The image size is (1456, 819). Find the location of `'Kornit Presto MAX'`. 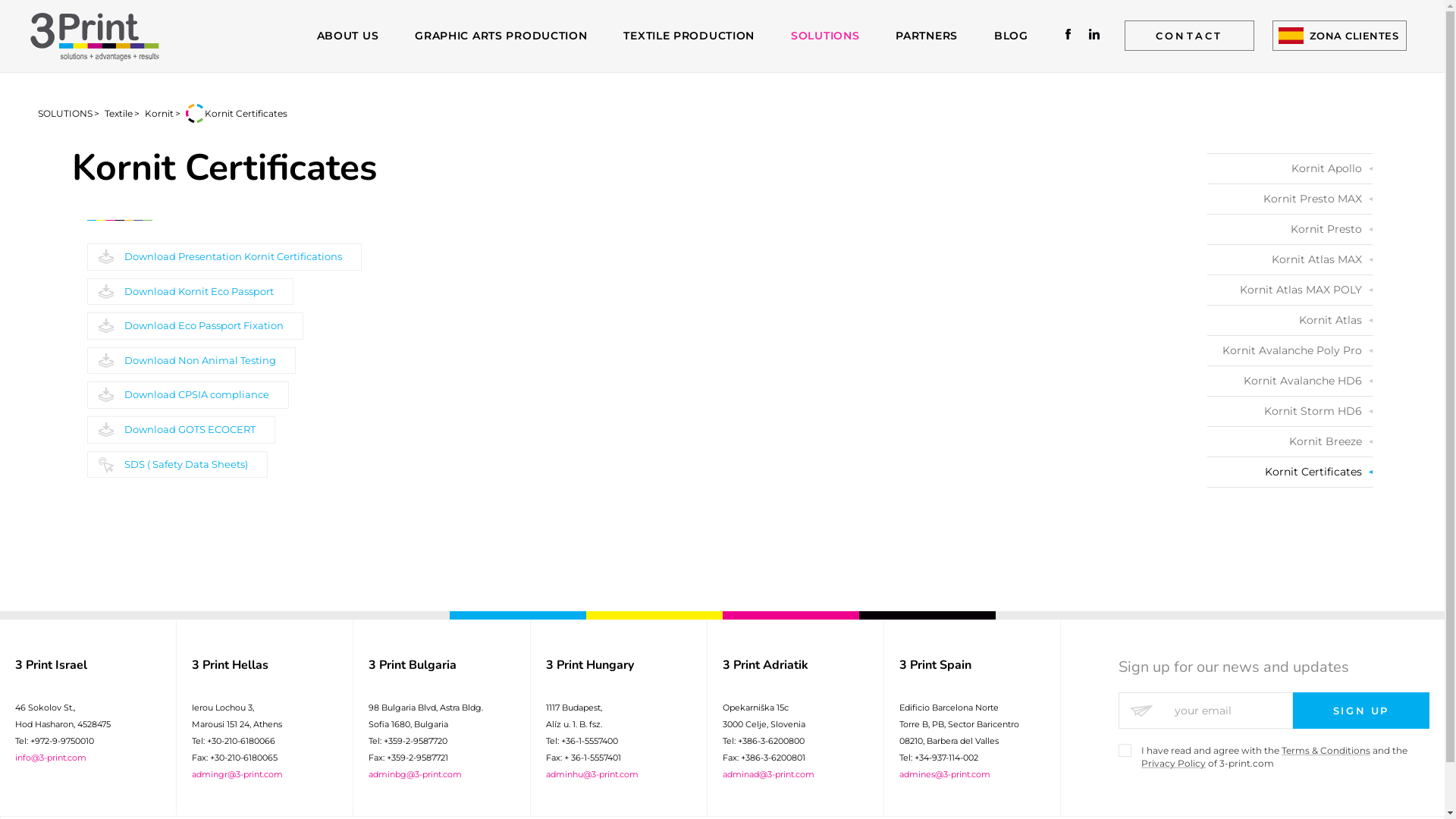

'Kornit Presto MAX' is located at coordinates (1288, 198).